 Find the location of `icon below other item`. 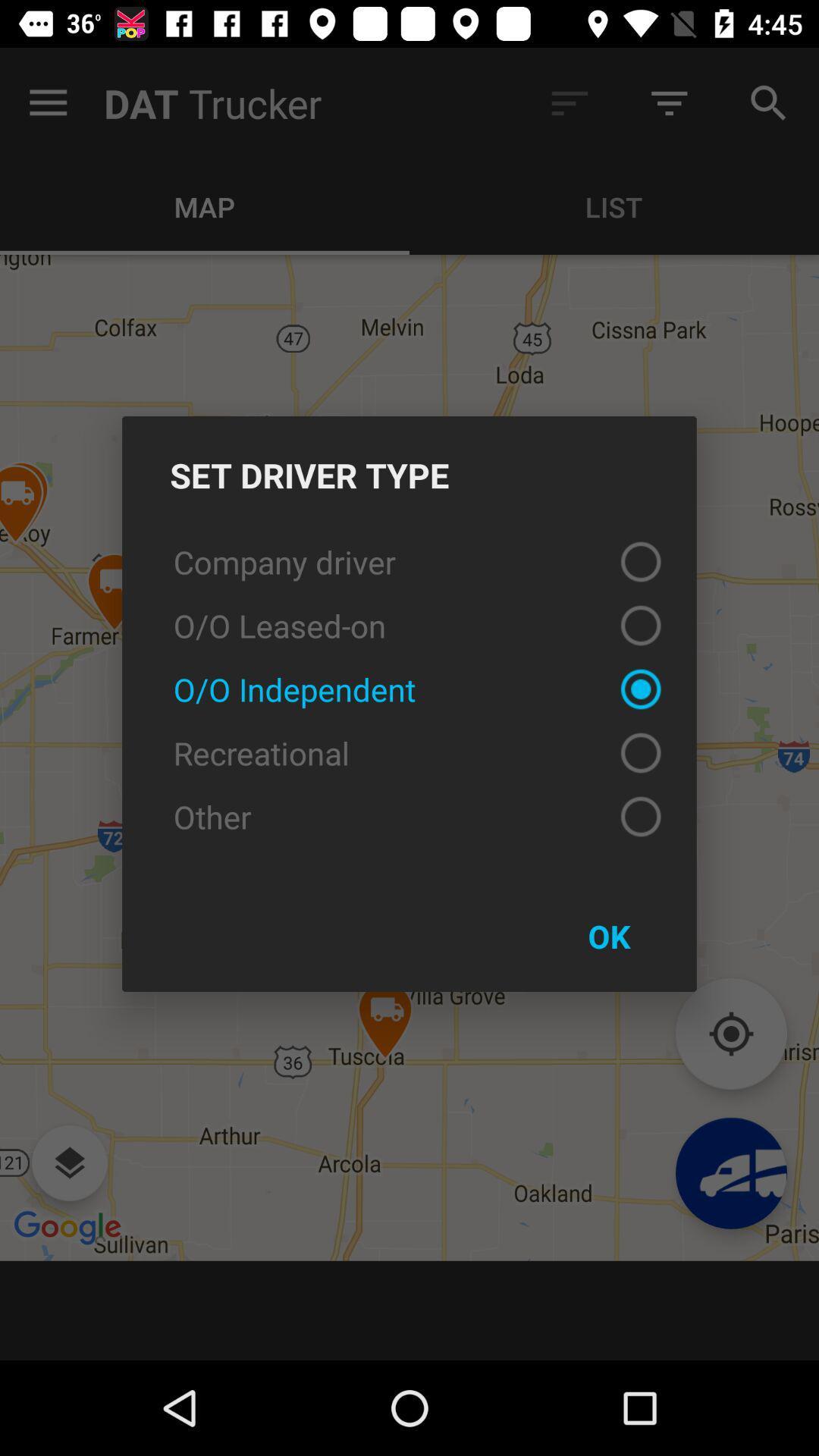

icon below other item is located at coordinates (608, 935).